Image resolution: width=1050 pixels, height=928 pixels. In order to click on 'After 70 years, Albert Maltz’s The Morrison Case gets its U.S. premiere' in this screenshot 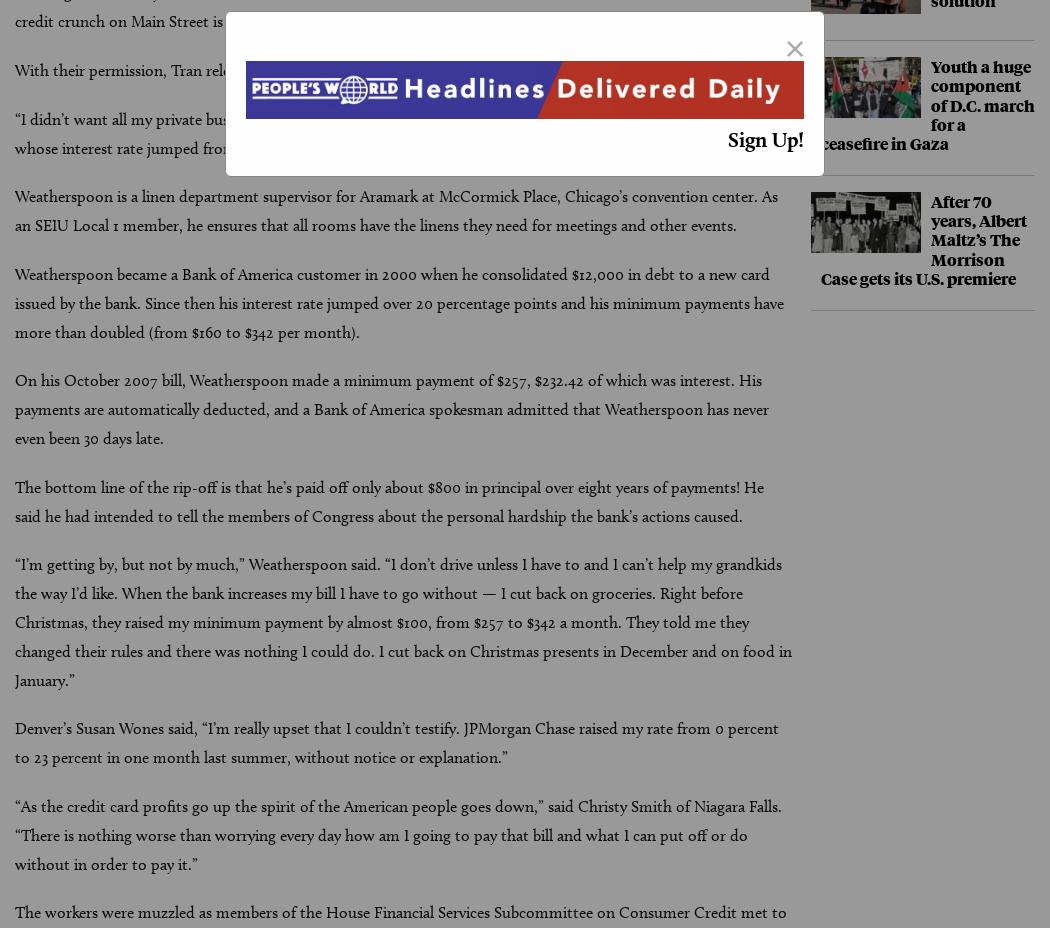, I will do `click(922, 238)`.